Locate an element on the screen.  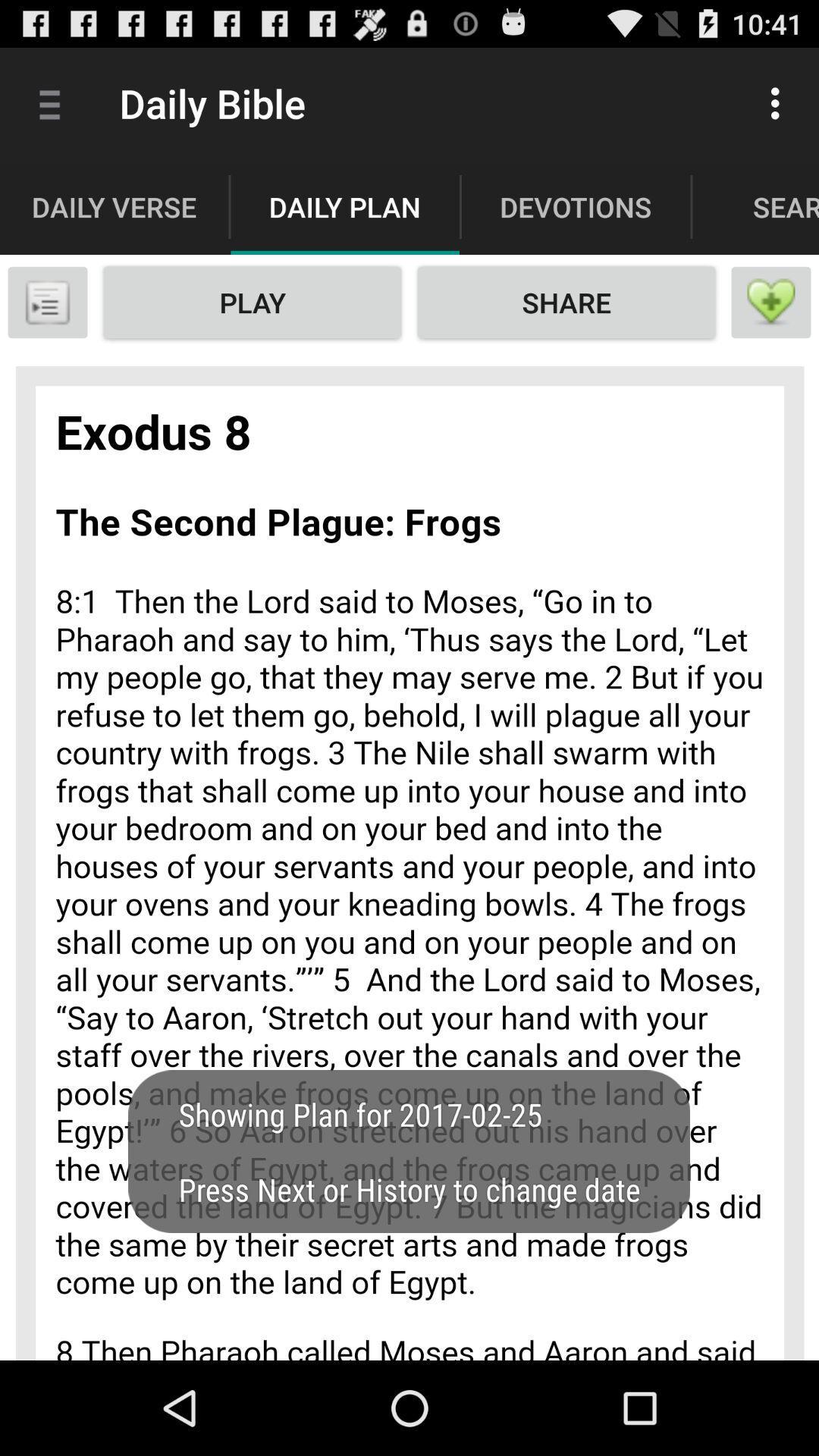
like button is located at coordinates (771, 302).